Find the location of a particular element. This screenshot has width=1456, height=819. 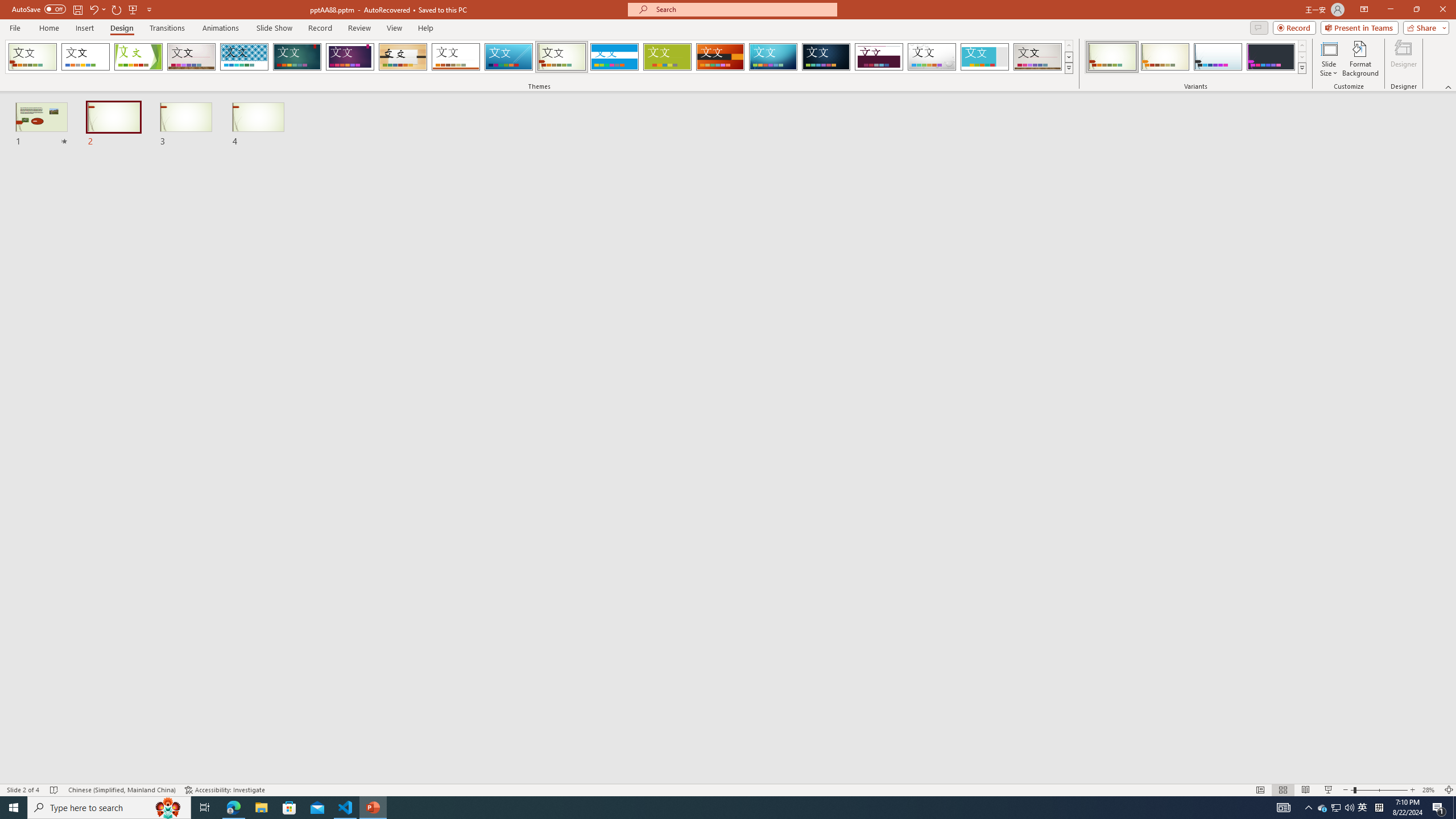

'Wisp Variant 3' is located at coordinates (1217, 56).